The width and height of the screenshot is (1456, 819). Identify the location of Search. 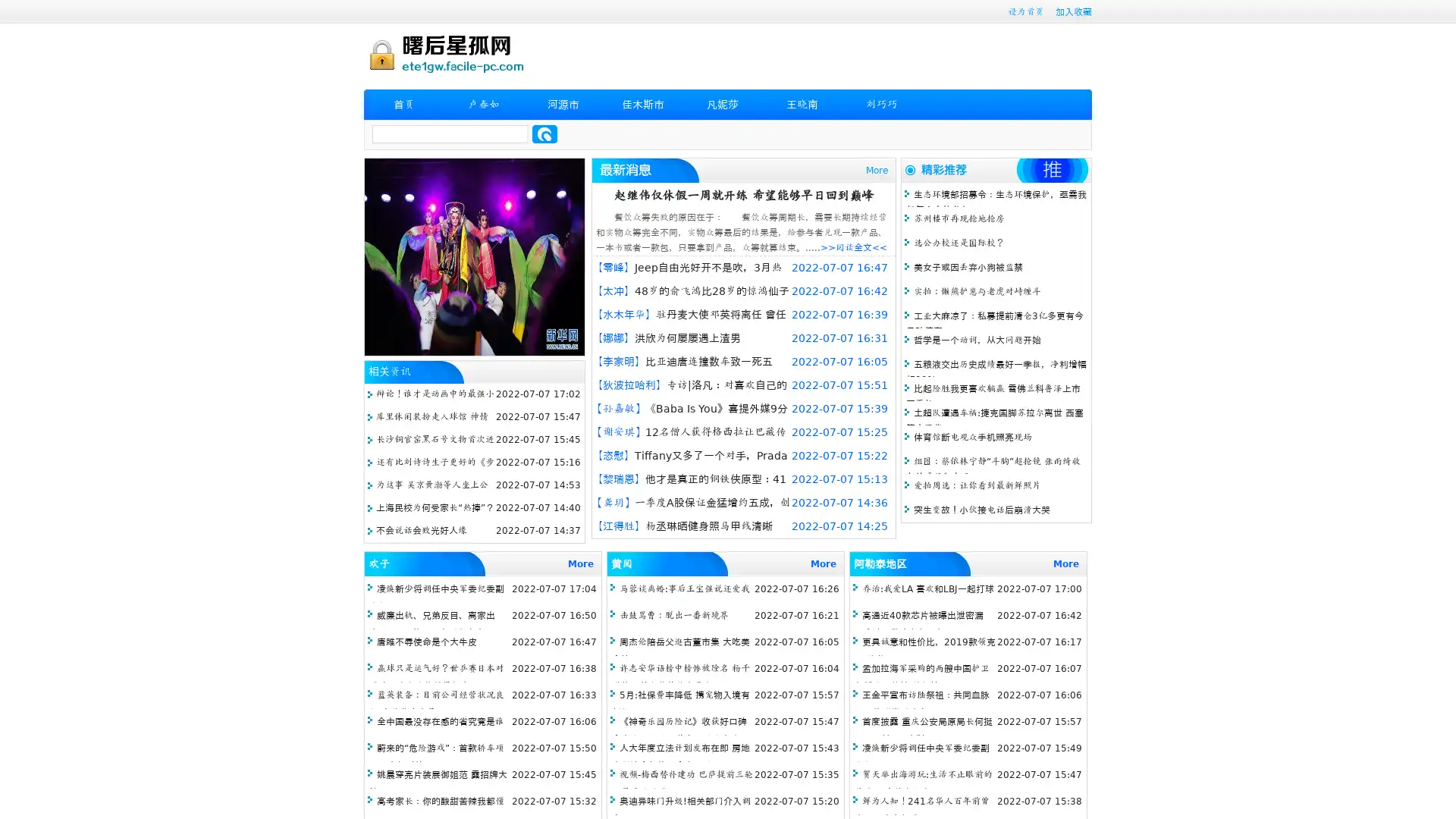
(544, 133).